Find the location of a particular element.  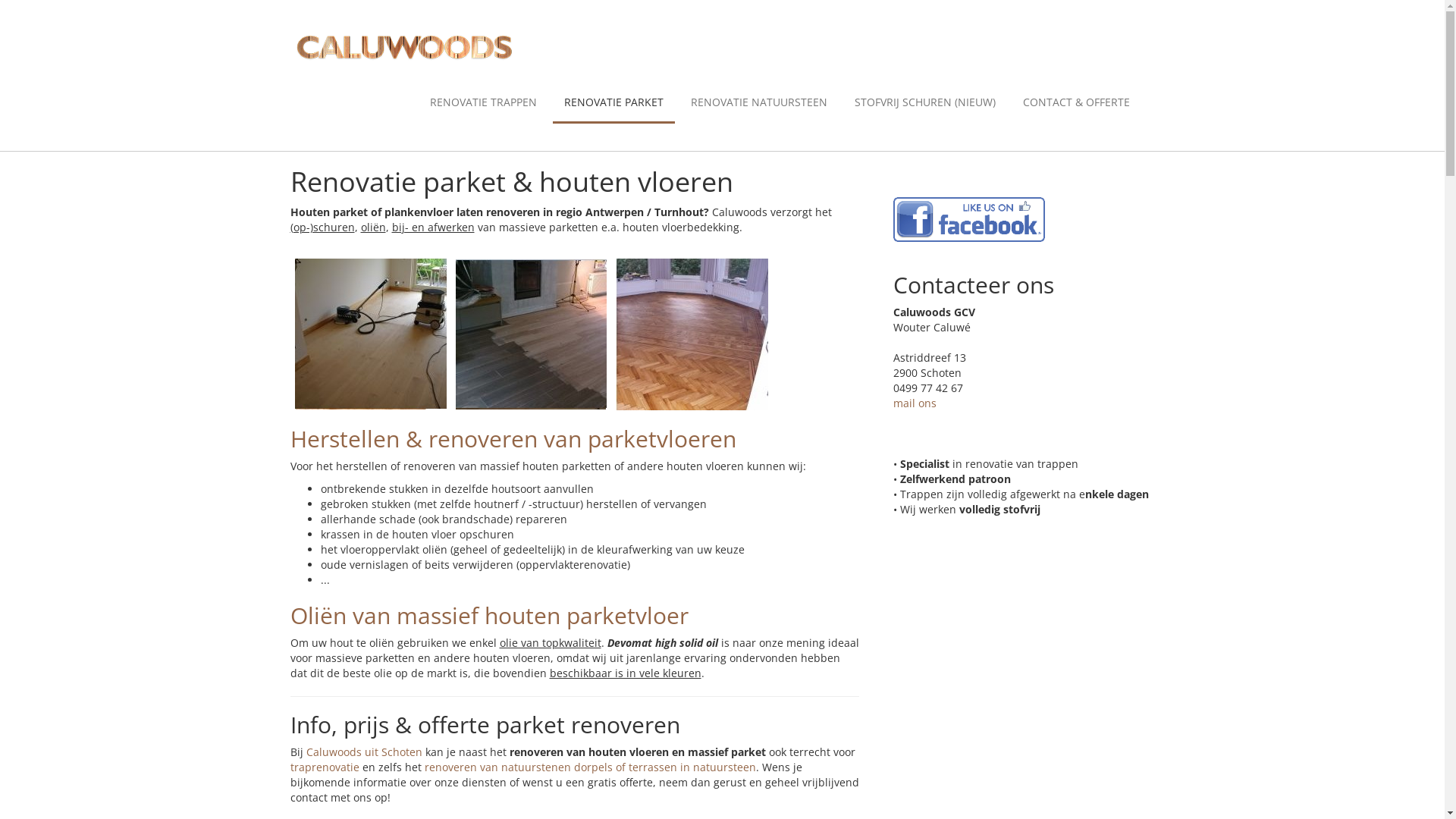

'CONTACT & OFFERTE' is located at coordinates (1075, 102).